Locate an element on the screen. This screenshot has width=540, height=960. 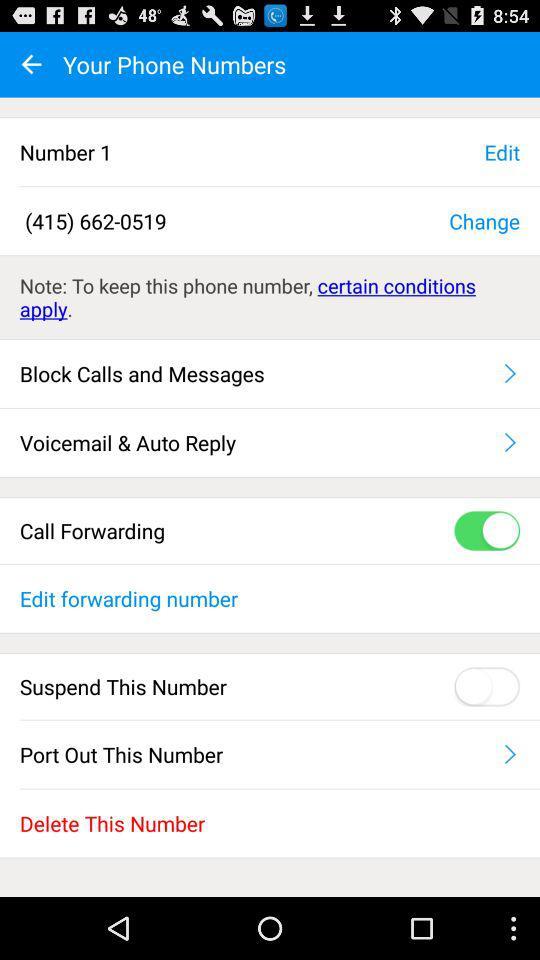
the app to the right of  (415) 662-0519 is located at coordinates (483, 220).